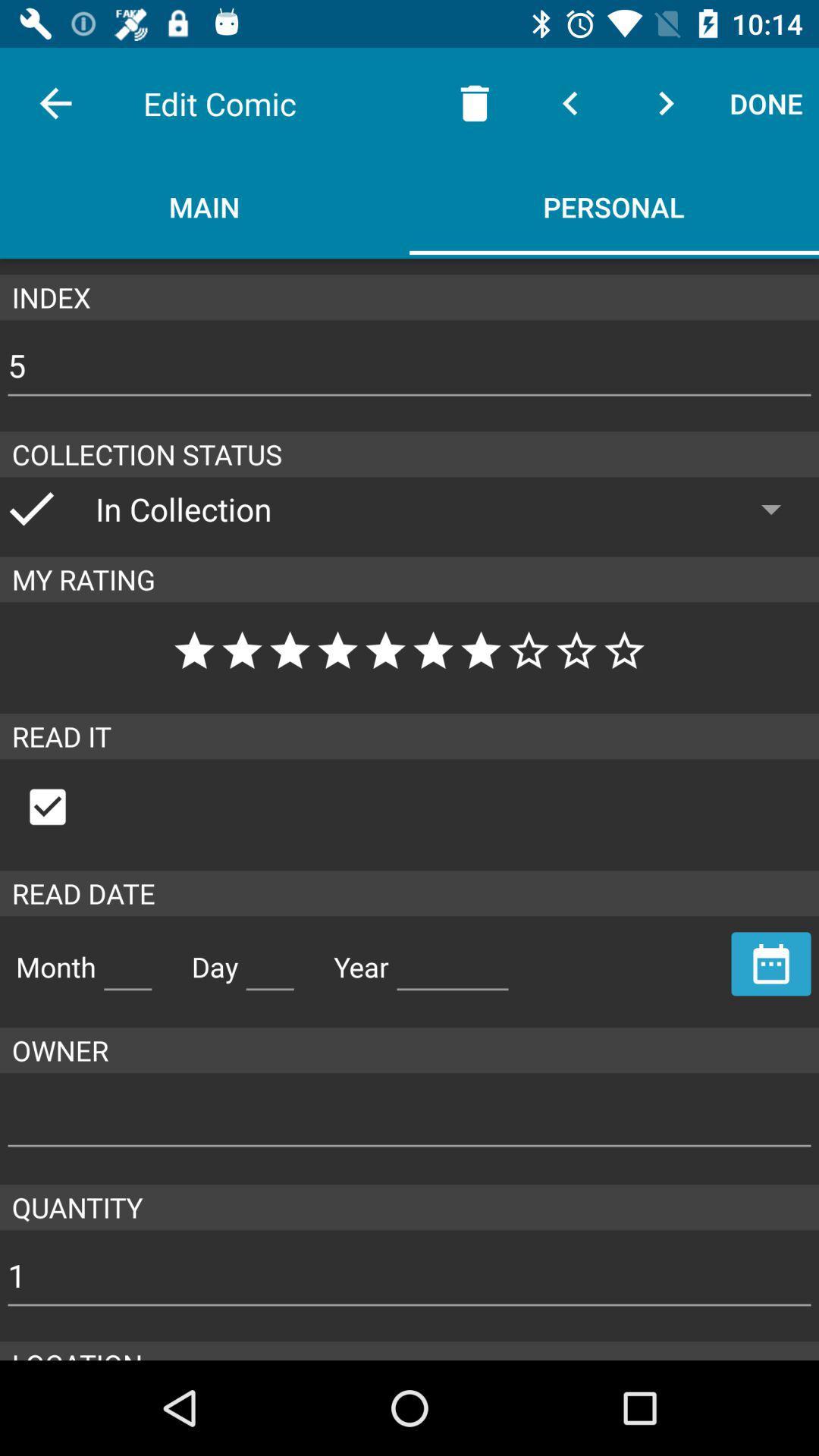 The height and width of the screenshot is (1456, 819). What do you see at coordinates (771, 963) in the screenshot?
I see `because back devicer` at bounding box center [771, 963].